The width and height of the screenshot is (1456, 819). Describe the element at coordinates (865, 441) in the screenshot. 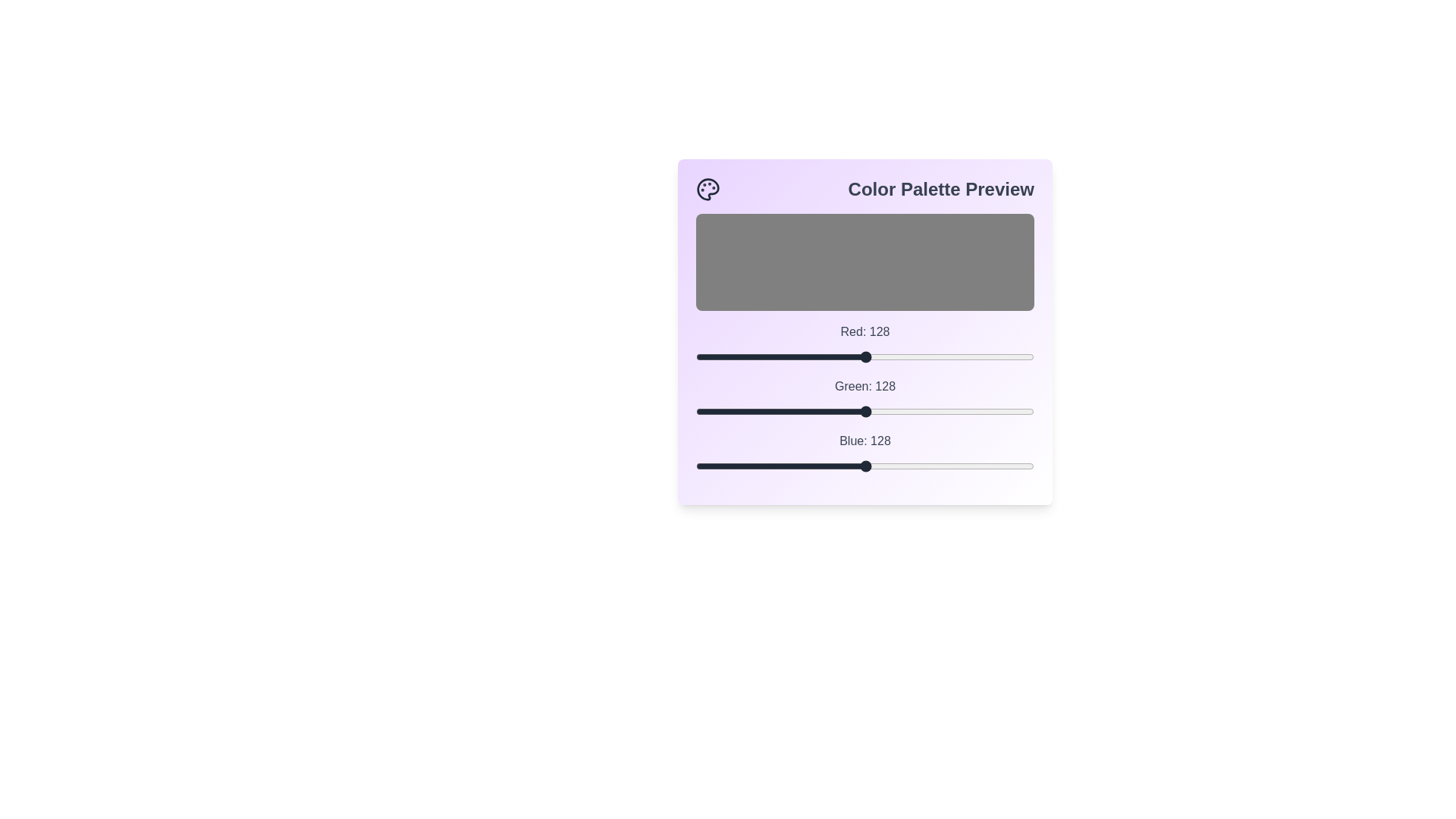

I see `the text label displaying 'Blue: 128' which is part of the 'Color Palette Preview' section, indicating the blue color adjustment feature` at that location.